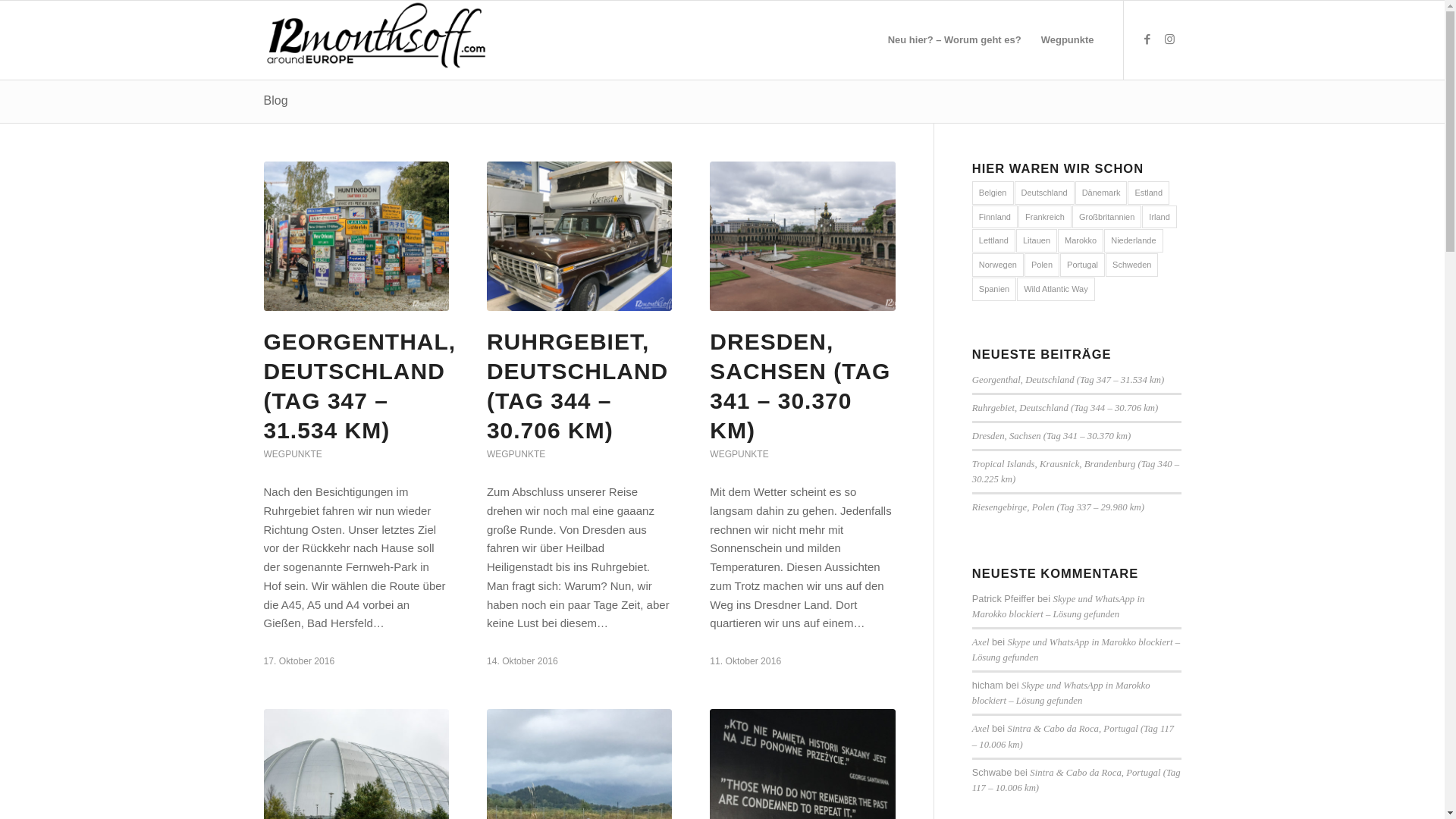  Describe the element at coordinates (971, 289) in the screenshot. I see `'Spanien'` at that location.